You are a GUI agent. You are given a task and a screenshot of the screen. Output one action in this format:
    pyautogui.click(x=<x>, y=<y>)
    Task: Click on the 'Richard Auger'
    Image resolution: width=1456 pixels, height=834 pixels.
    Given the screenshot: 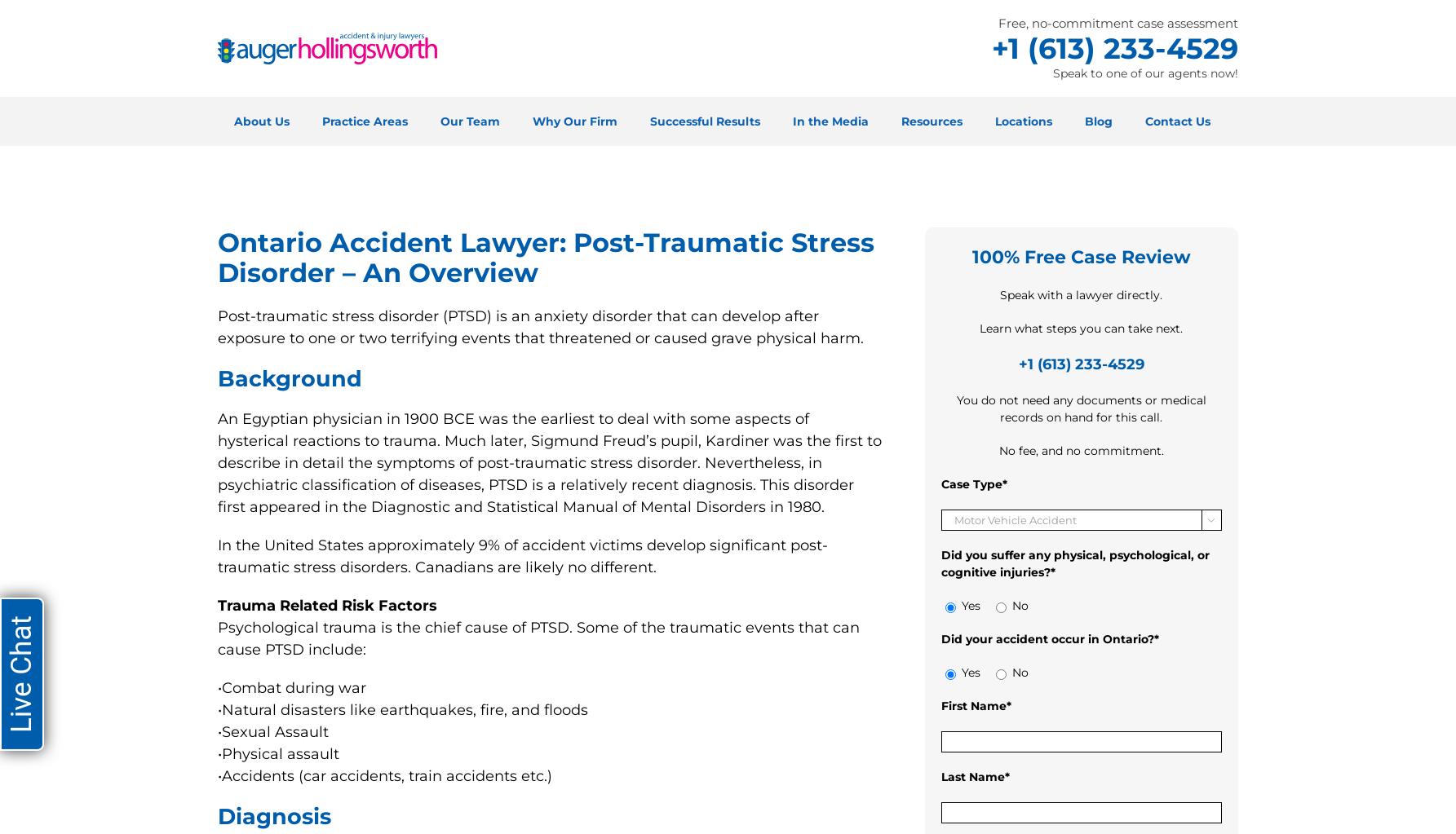 What is the action you would take?
    pyautogui.click(x=481, y=201)
    